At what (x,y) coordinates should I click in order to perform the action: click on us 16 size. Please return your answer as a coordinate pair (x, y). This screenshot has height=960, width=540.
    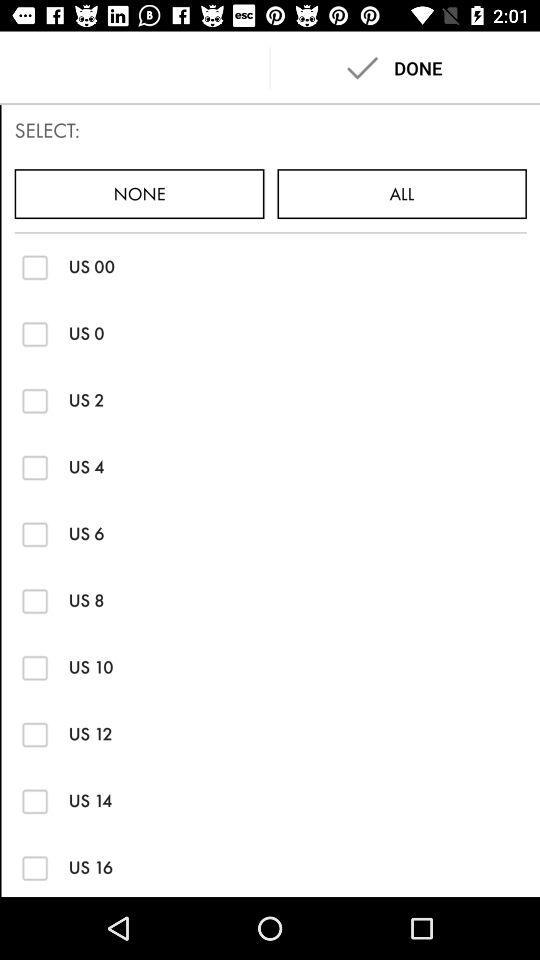
    Looking at the image, I should click on (35, 866).